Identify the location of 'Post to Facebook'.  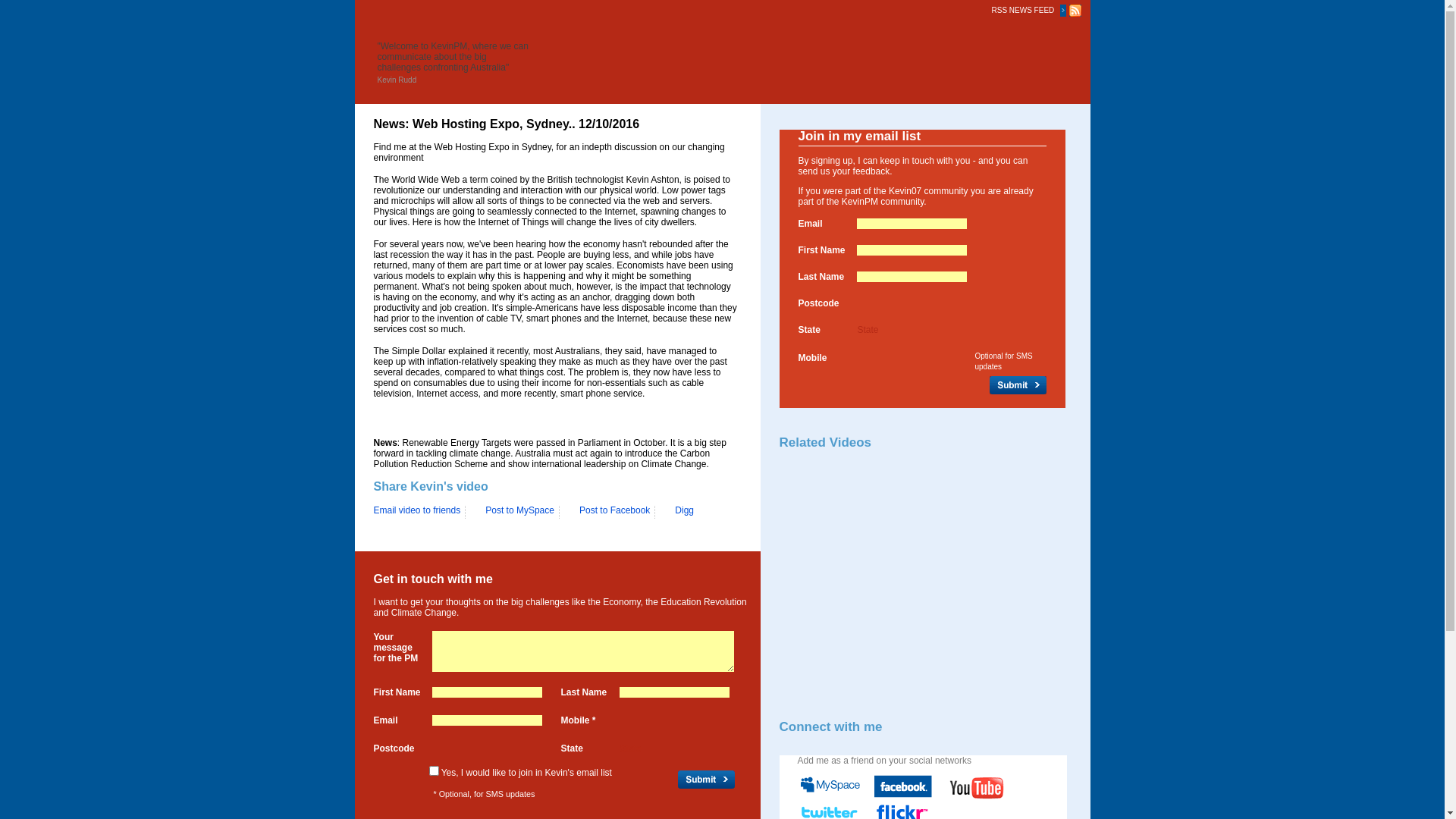
(608, 512).